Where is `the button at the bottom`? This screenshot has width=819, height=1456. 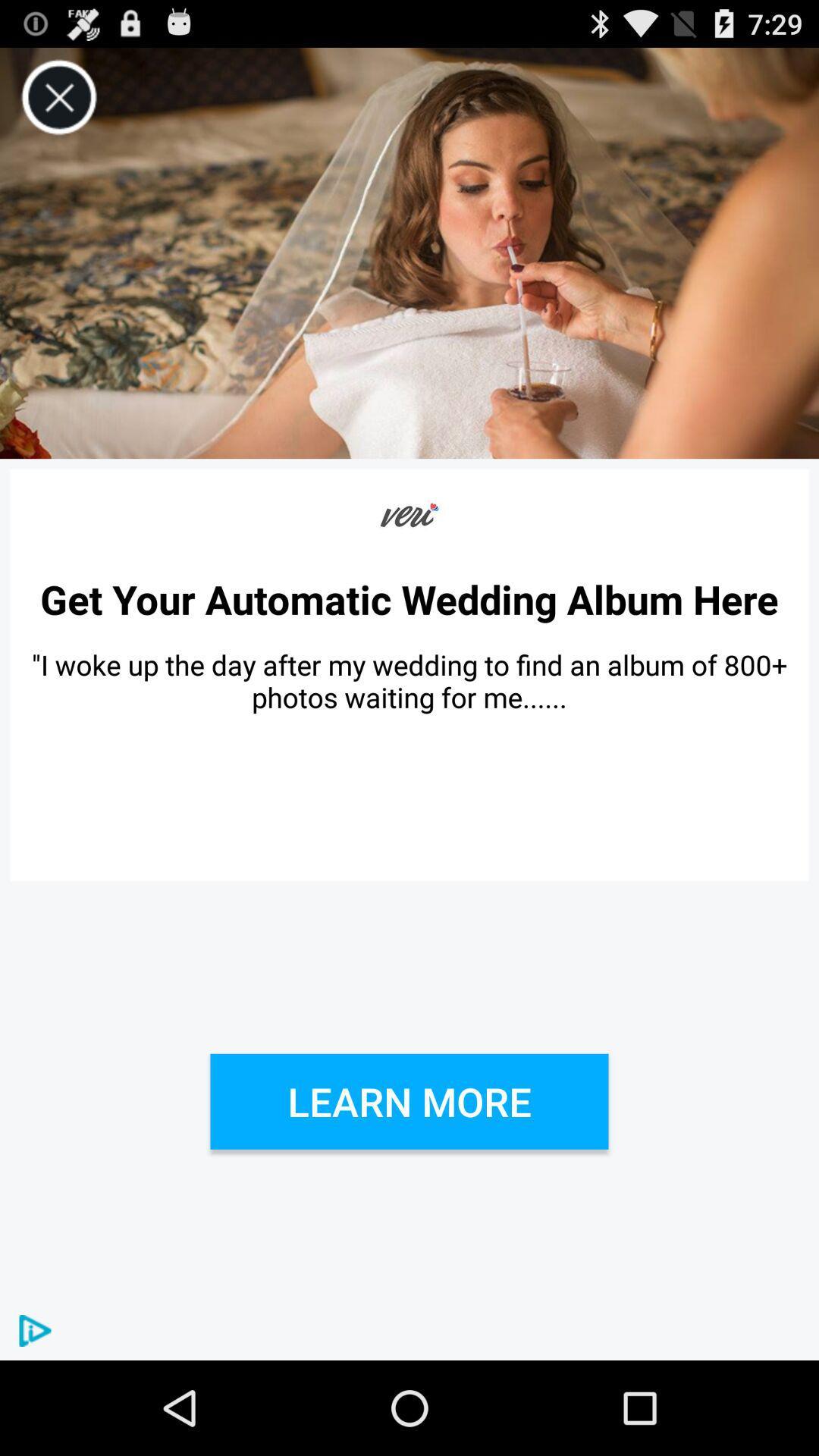
the button at the bottom is located at coordinates (409, 1101).